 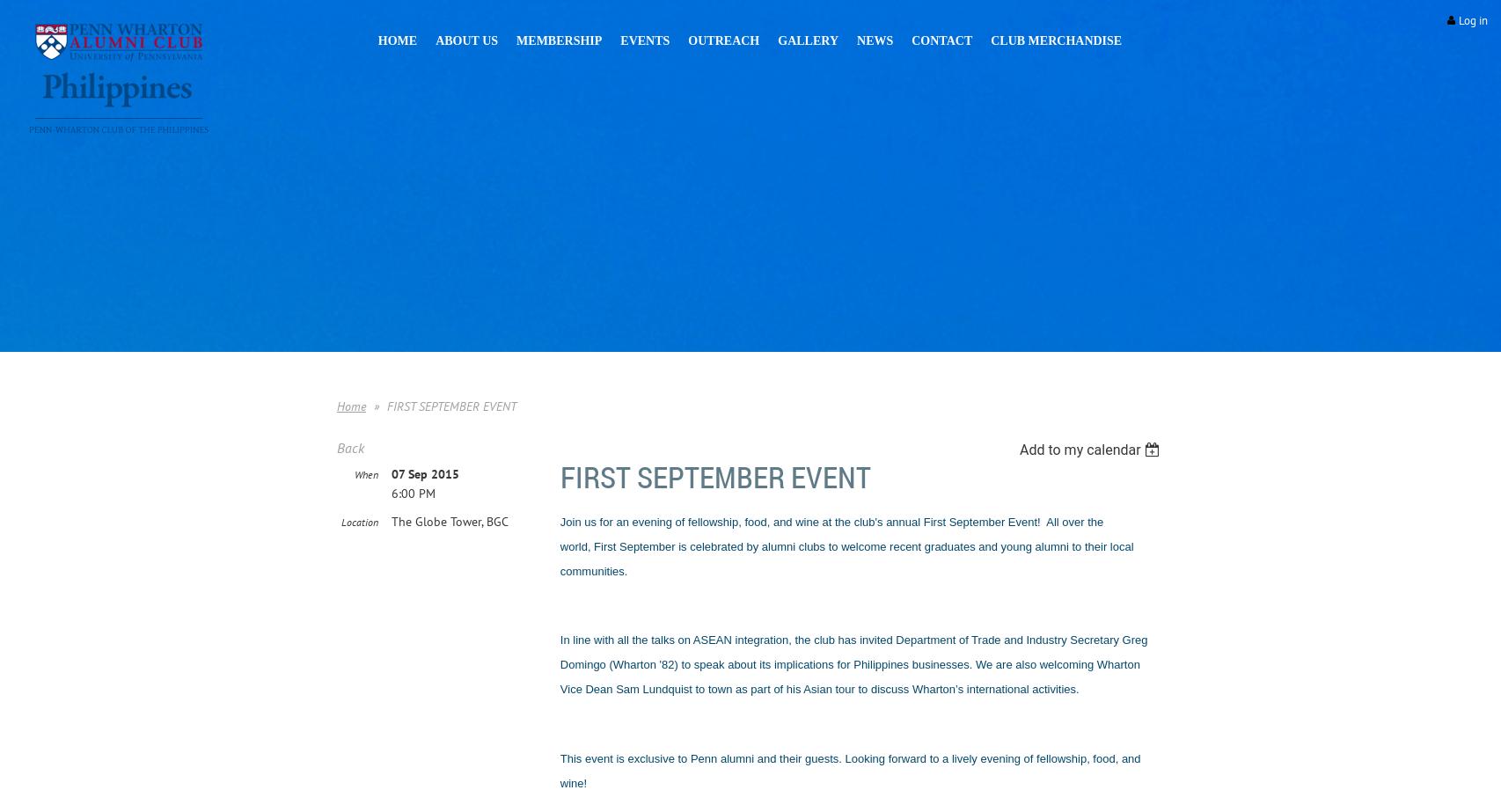 What do you see at coordinates (465, 40) in the screenshot?
I see `'About us'` at bounding box center [465, 40].